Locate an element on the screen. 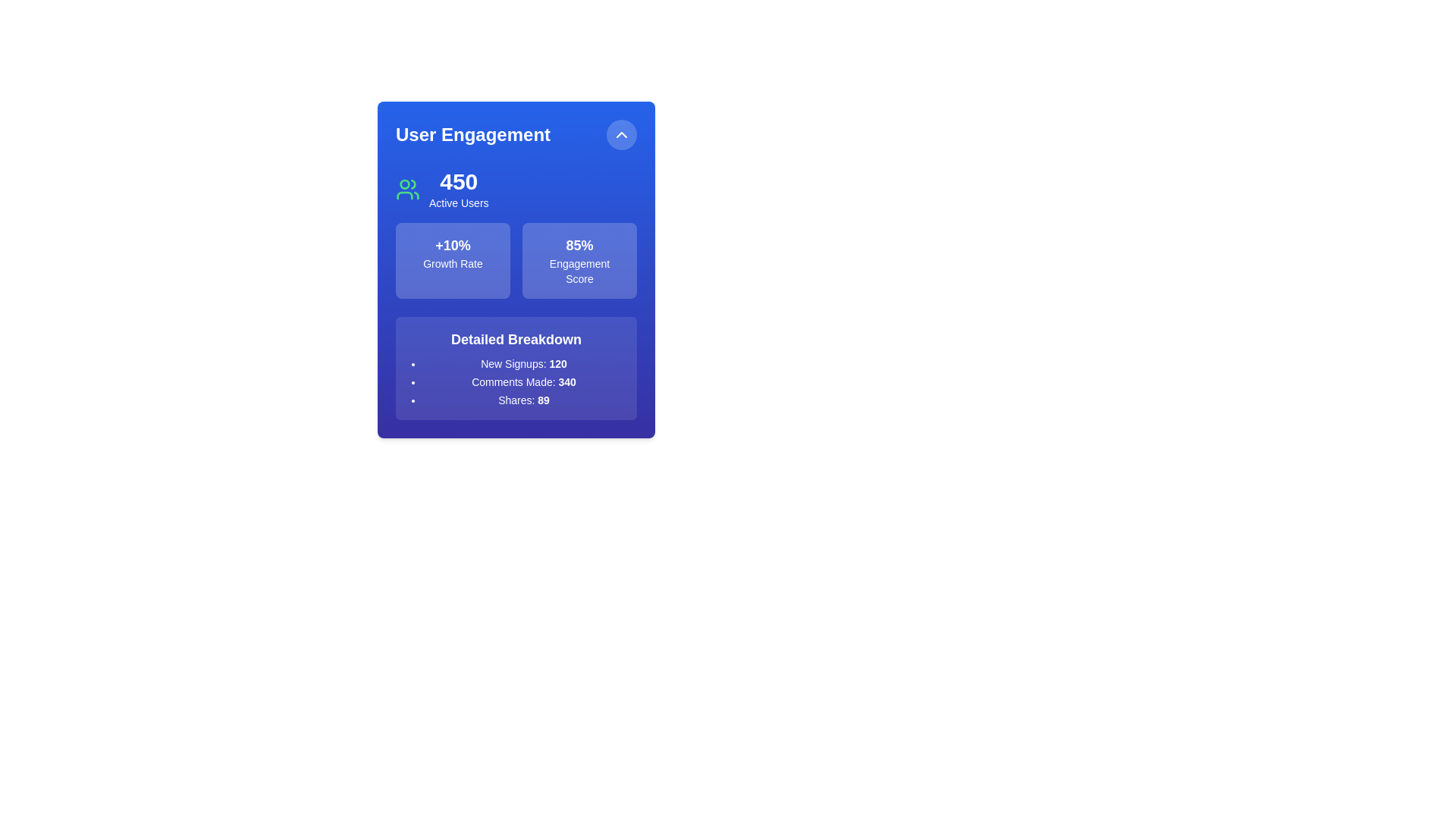 The image size is (1456, 819). the 'User Engagement' header to focus the panel, which features a bold title on the left and a chevron-up button on the right is located at coordinates (516, 133).